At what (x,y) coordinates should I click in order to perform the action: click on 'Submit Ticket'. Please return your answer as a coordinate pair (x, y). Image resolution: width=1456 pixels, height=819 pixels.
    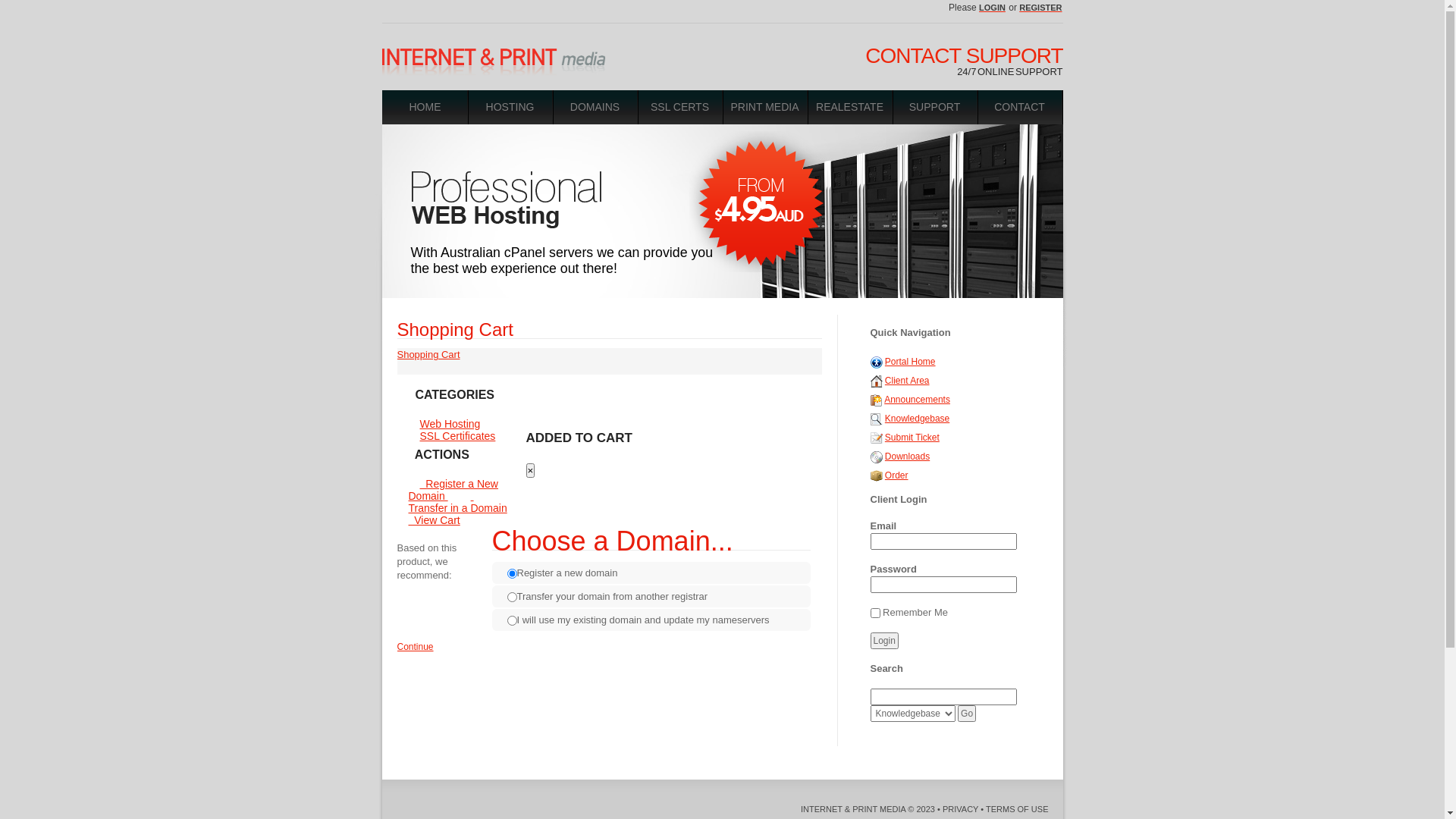
    Looking at the image, I should click on (912, 438).